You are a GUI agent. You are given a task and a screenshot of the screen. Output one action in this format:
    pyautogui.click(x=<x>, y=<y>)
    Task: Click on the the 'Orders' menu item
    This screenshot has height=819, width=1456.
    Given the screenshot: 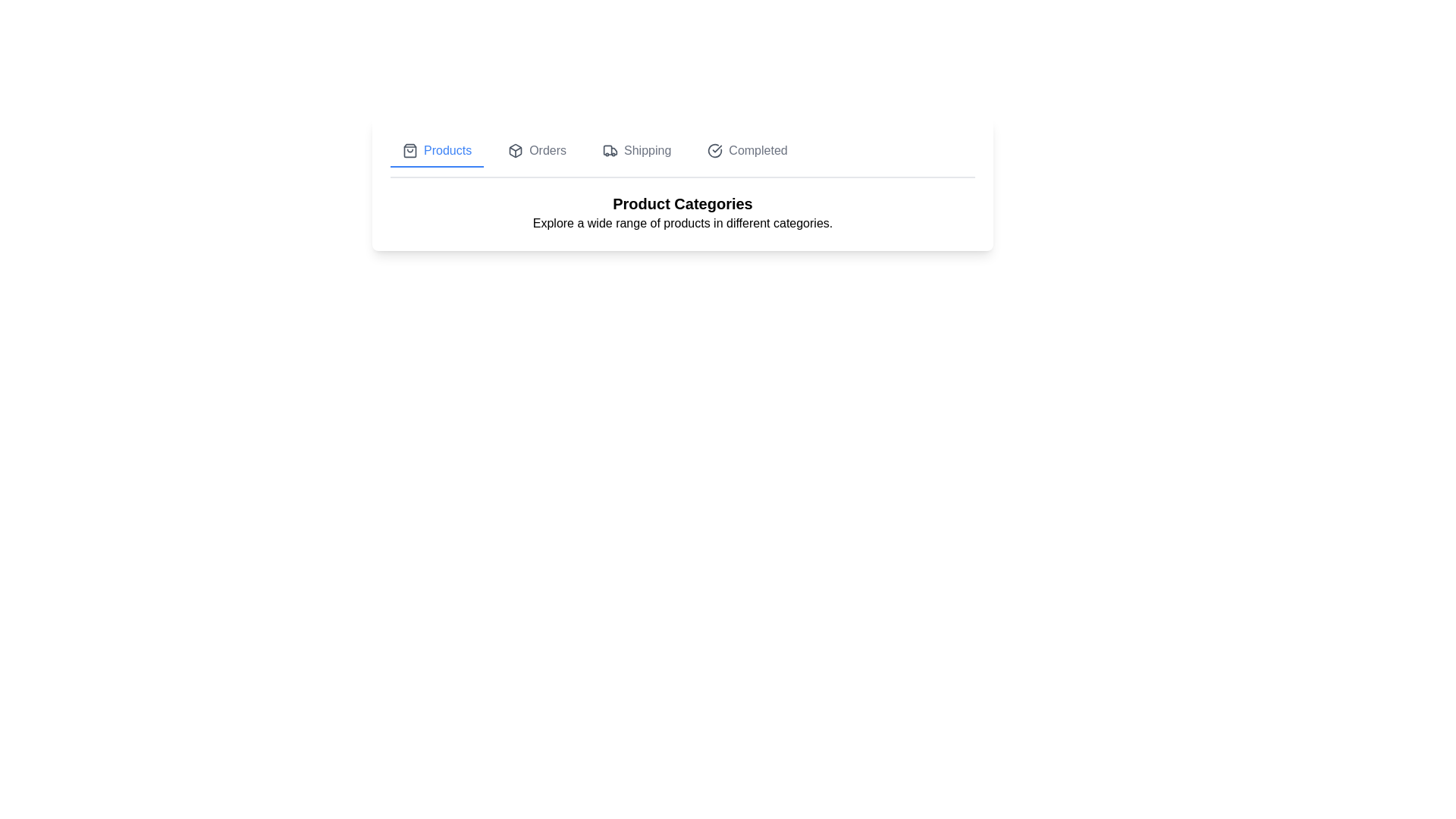 What is the action you would take?
    pyautogui.click(x=537, y=152)
    